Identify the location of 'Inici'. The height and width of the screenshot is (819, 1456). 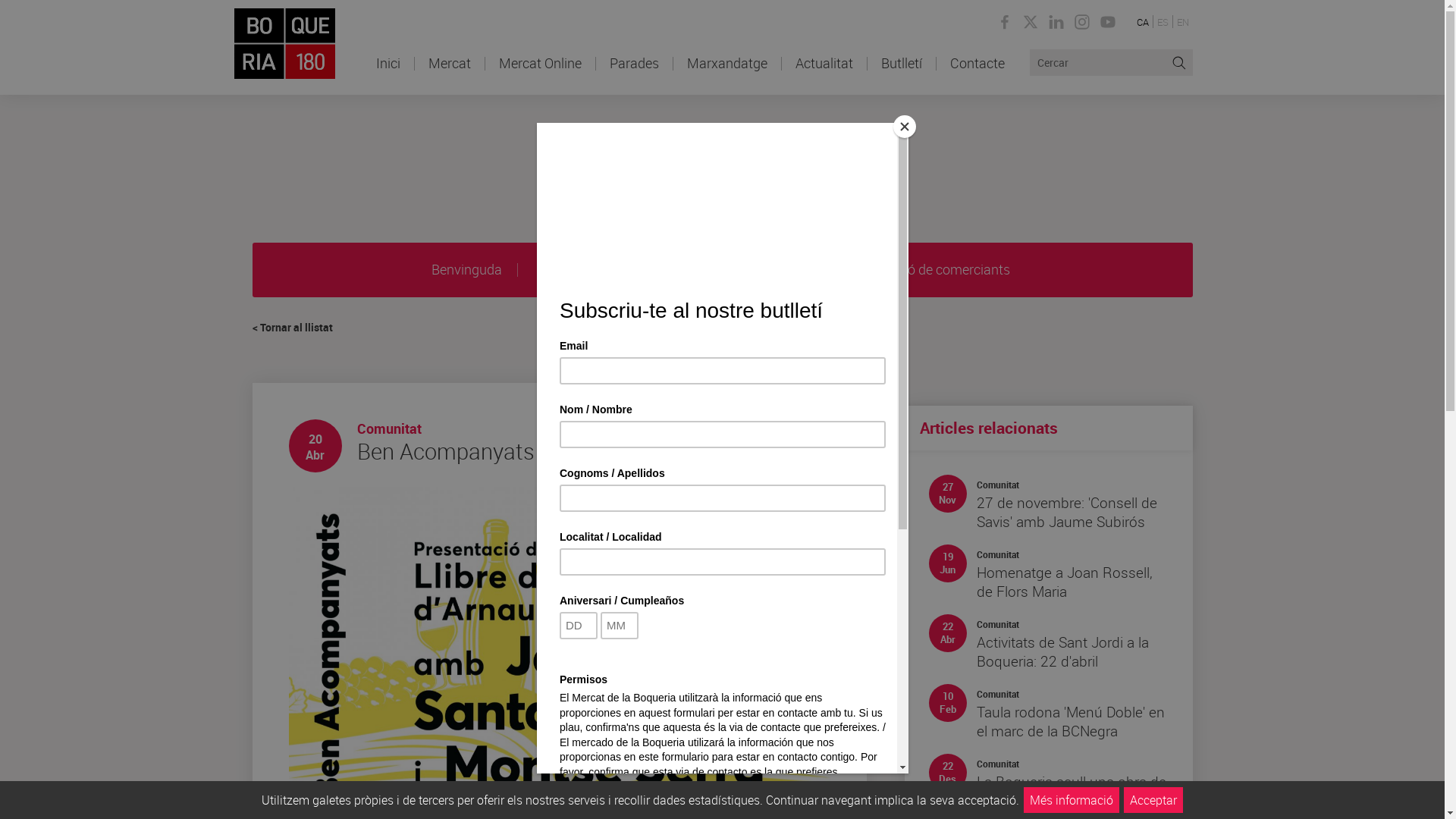
(388, 75).